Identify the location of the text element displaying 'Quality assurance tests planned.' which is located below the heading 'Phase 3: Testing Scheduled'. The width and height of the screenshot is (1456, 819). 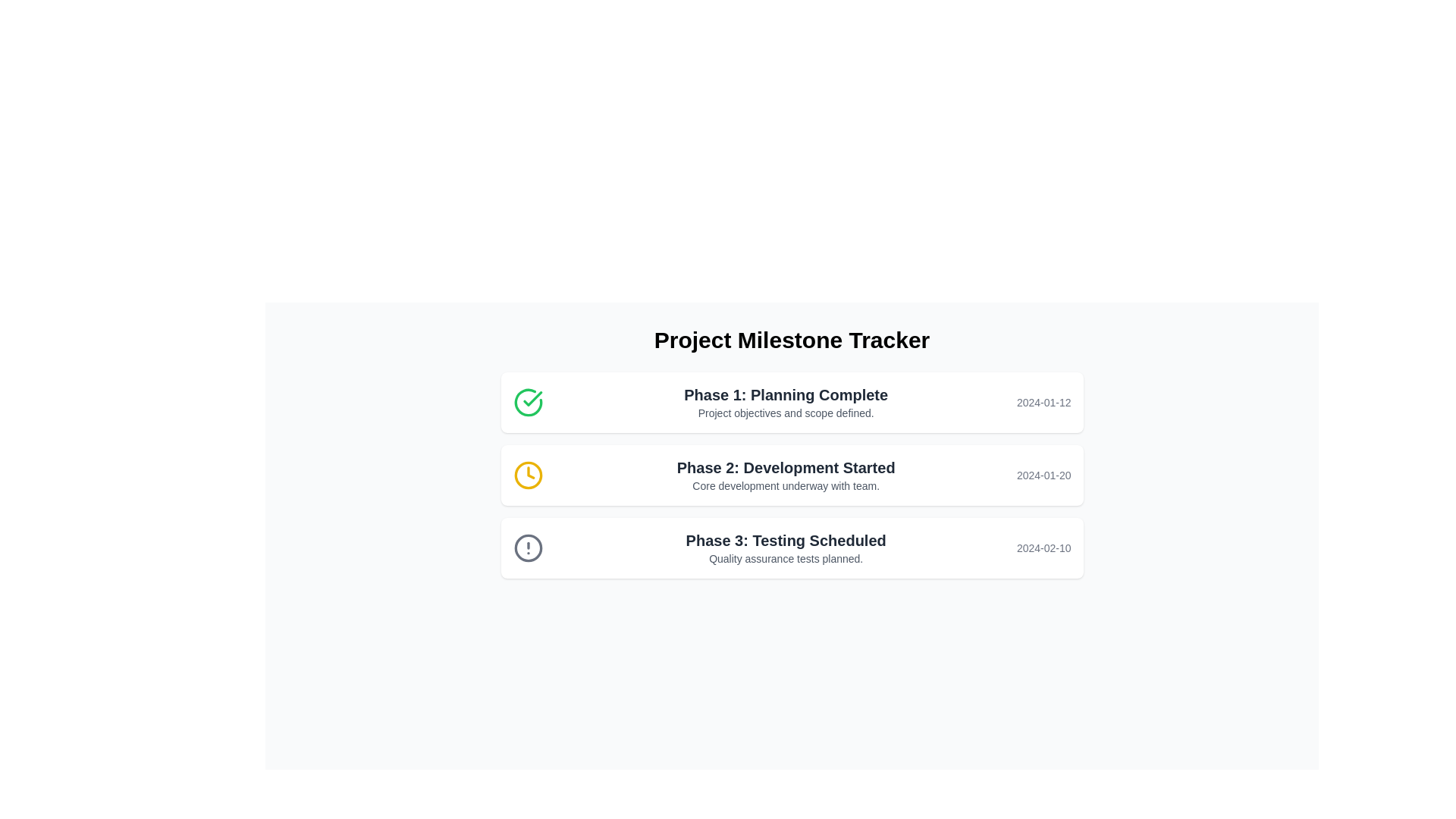
(786, 558).